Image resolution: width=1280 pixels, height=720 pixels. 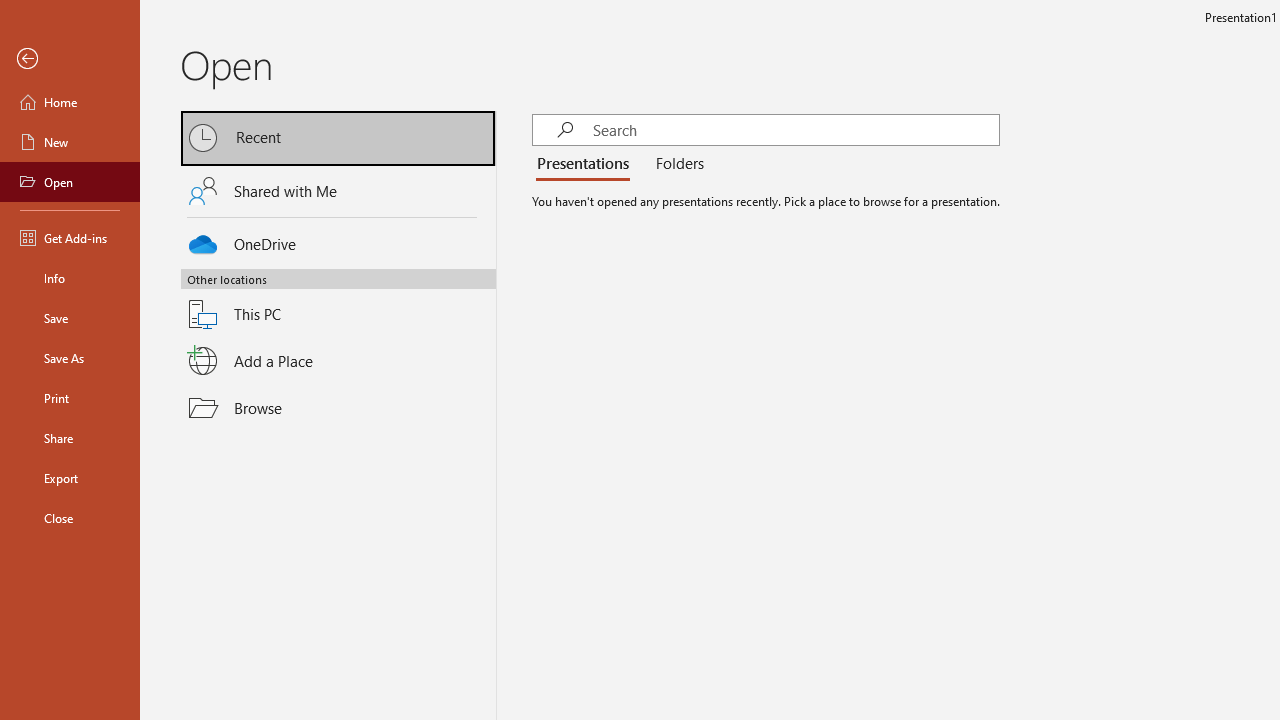 I want to click on 'Add a Place', so click(x=338, y=361).